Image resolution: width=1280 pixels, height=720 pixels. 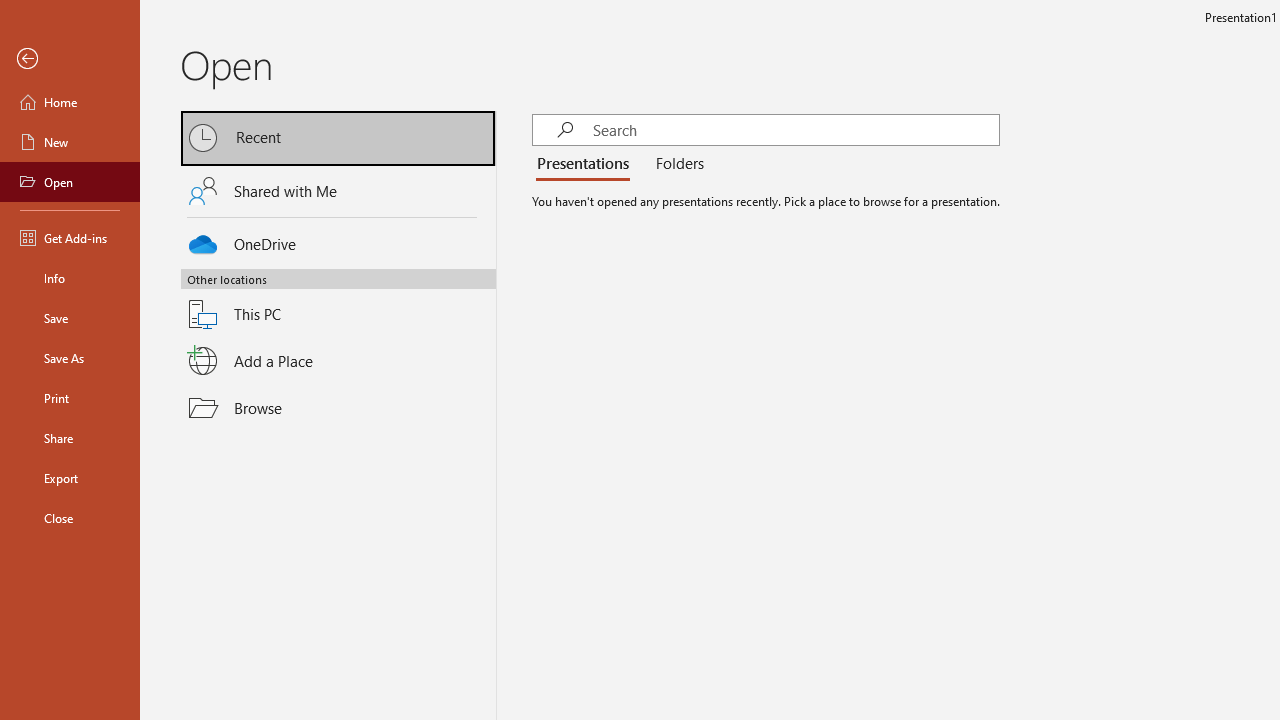 I want to click on 'Add a Place', so click(x=338, y=361).